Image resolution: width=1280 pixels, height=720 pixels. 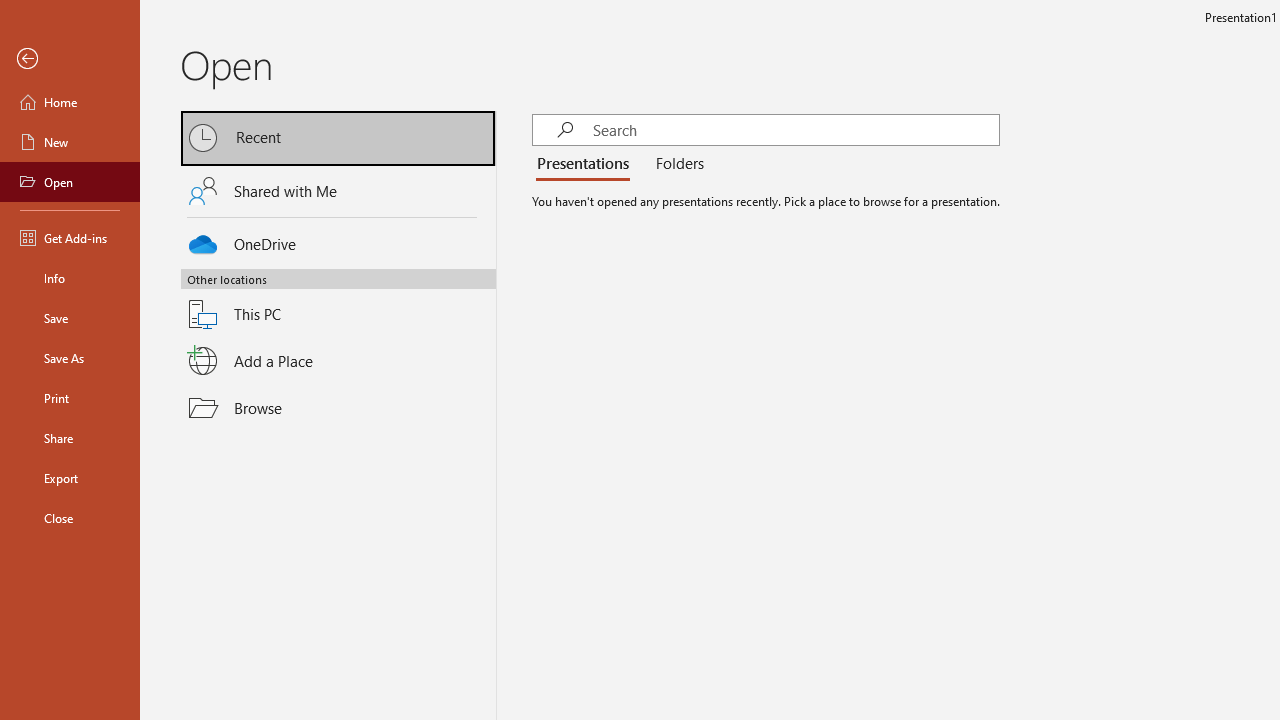 I want to click on 'Add a Place', so click(x=338, y=361).